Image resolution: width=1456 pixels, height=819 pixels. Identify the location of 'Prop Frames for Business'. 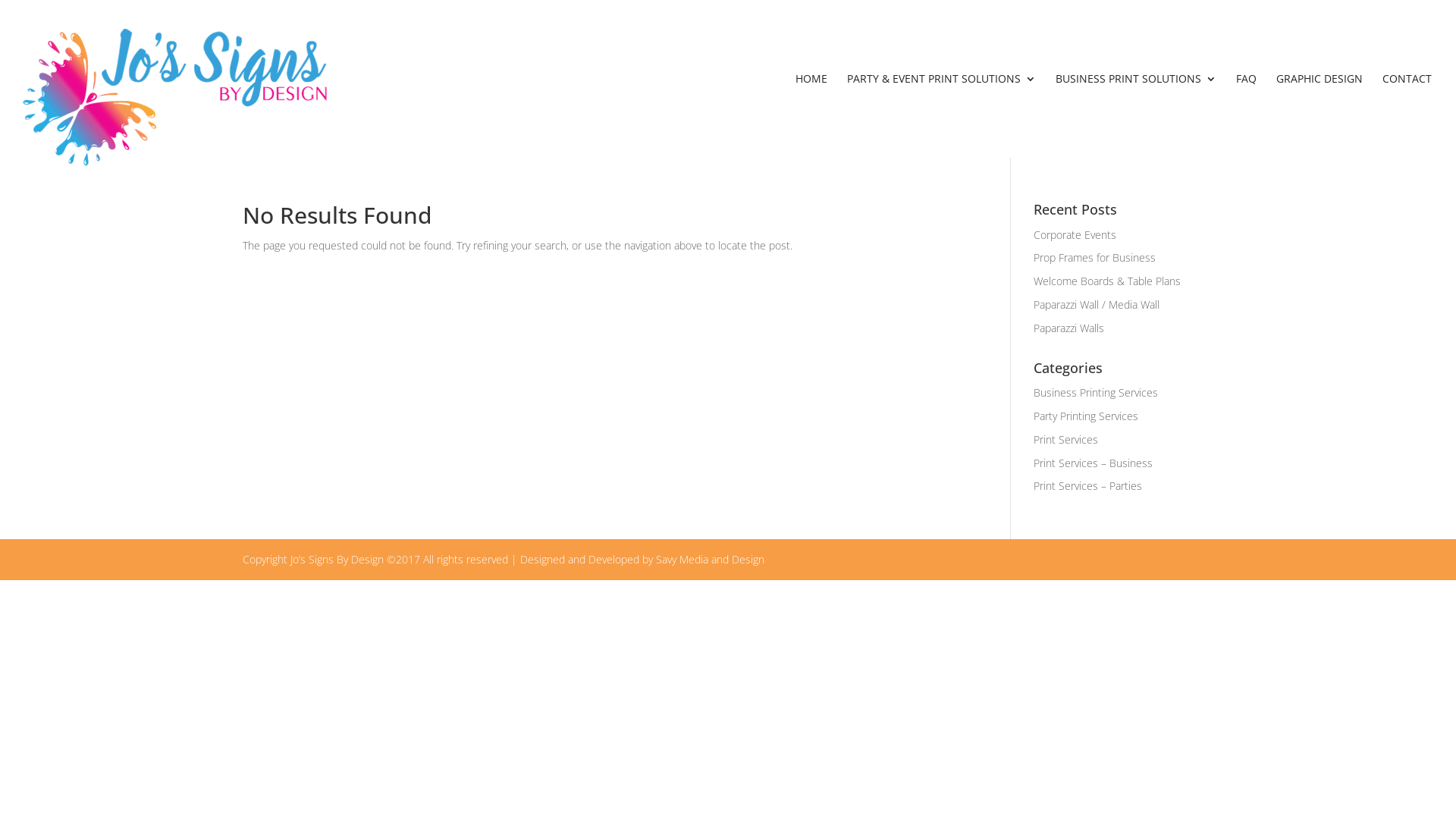
(1094, 256).